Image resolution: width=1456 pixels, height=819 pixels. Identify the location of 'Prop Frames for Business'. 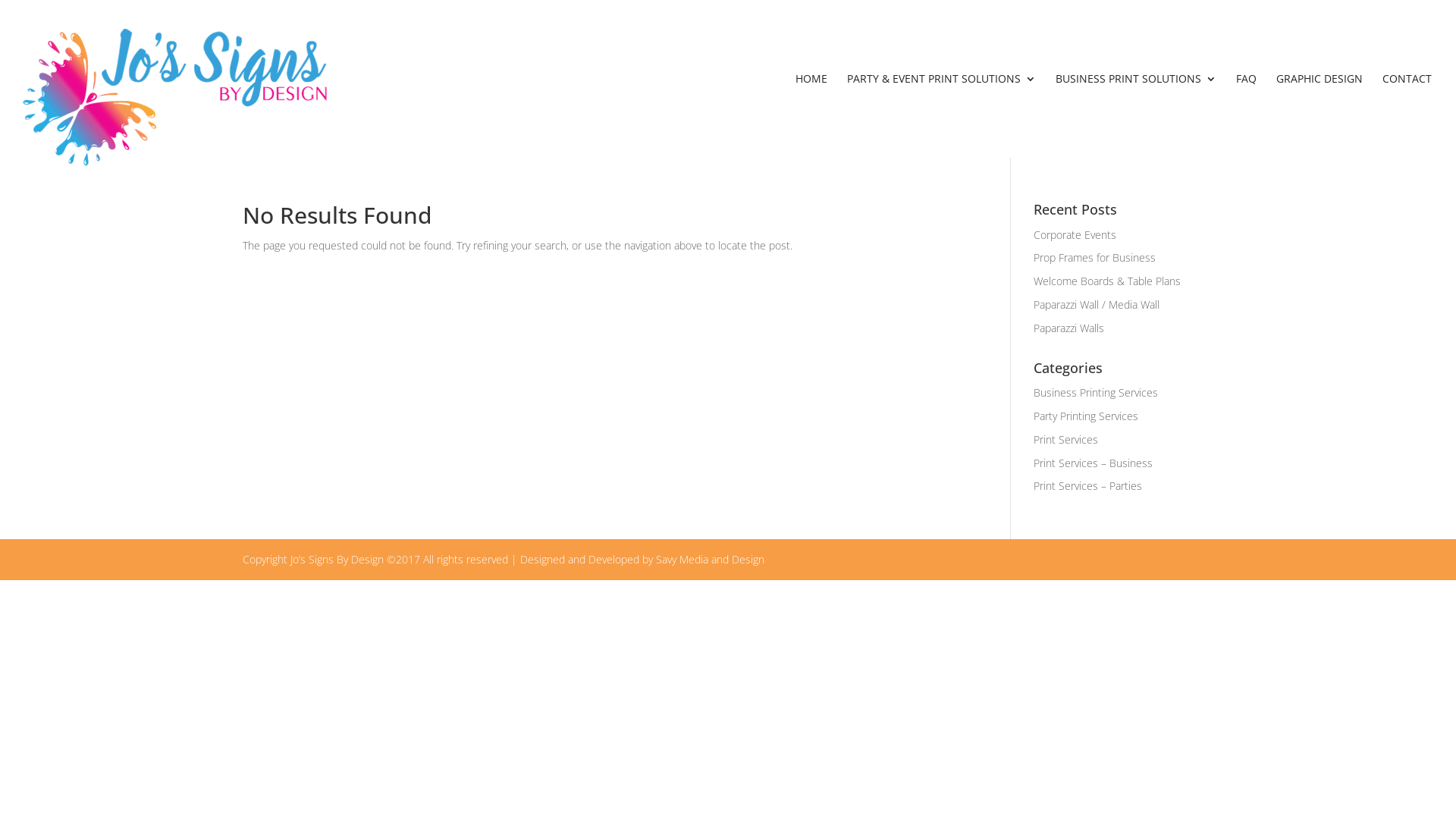
(1094, 256).